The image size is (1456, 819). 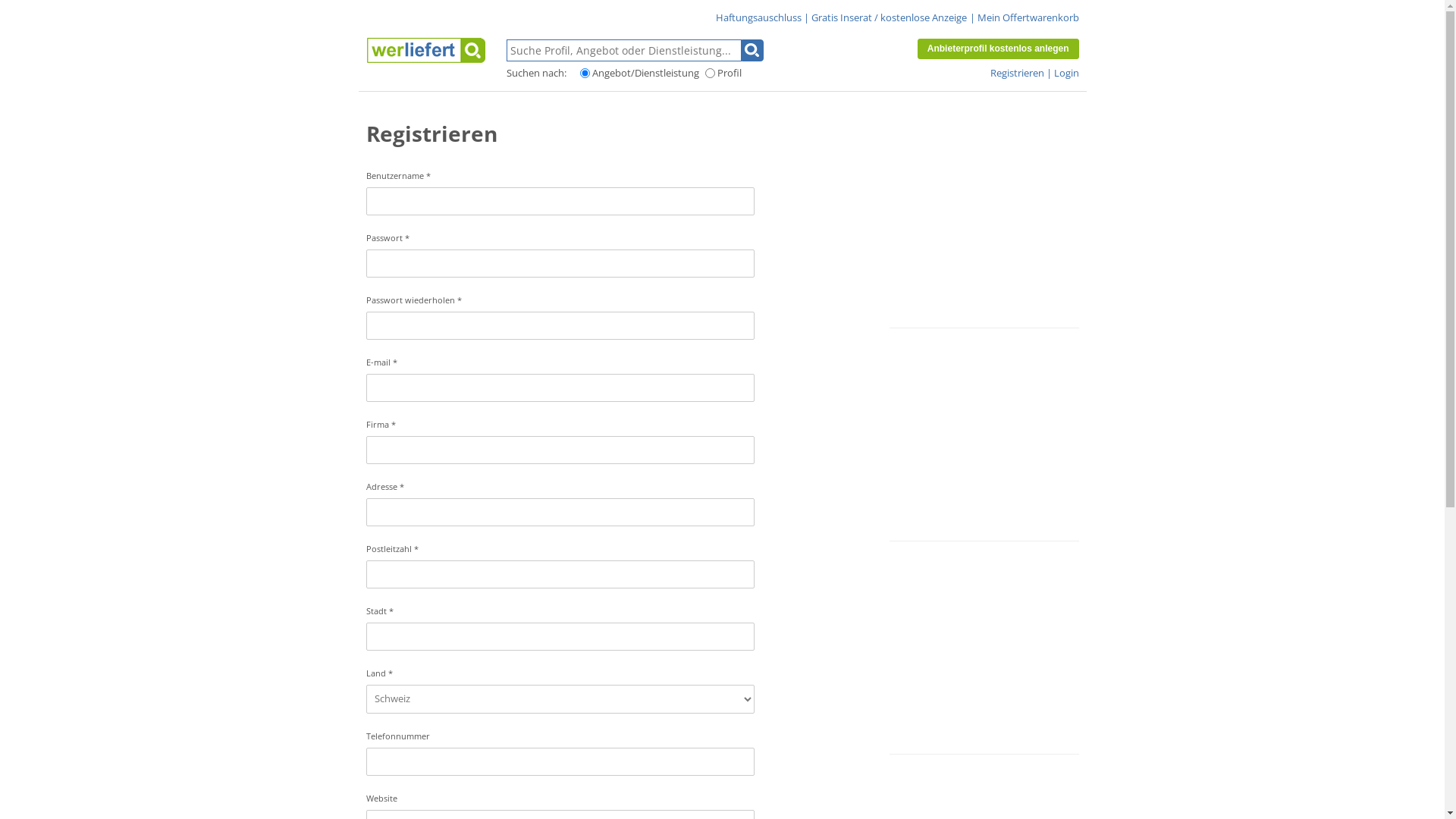 What do you see at coordinates (715, 17) in the screenshot?
I see `'Haftungsauschluss'` at bounding box center [715, 17].